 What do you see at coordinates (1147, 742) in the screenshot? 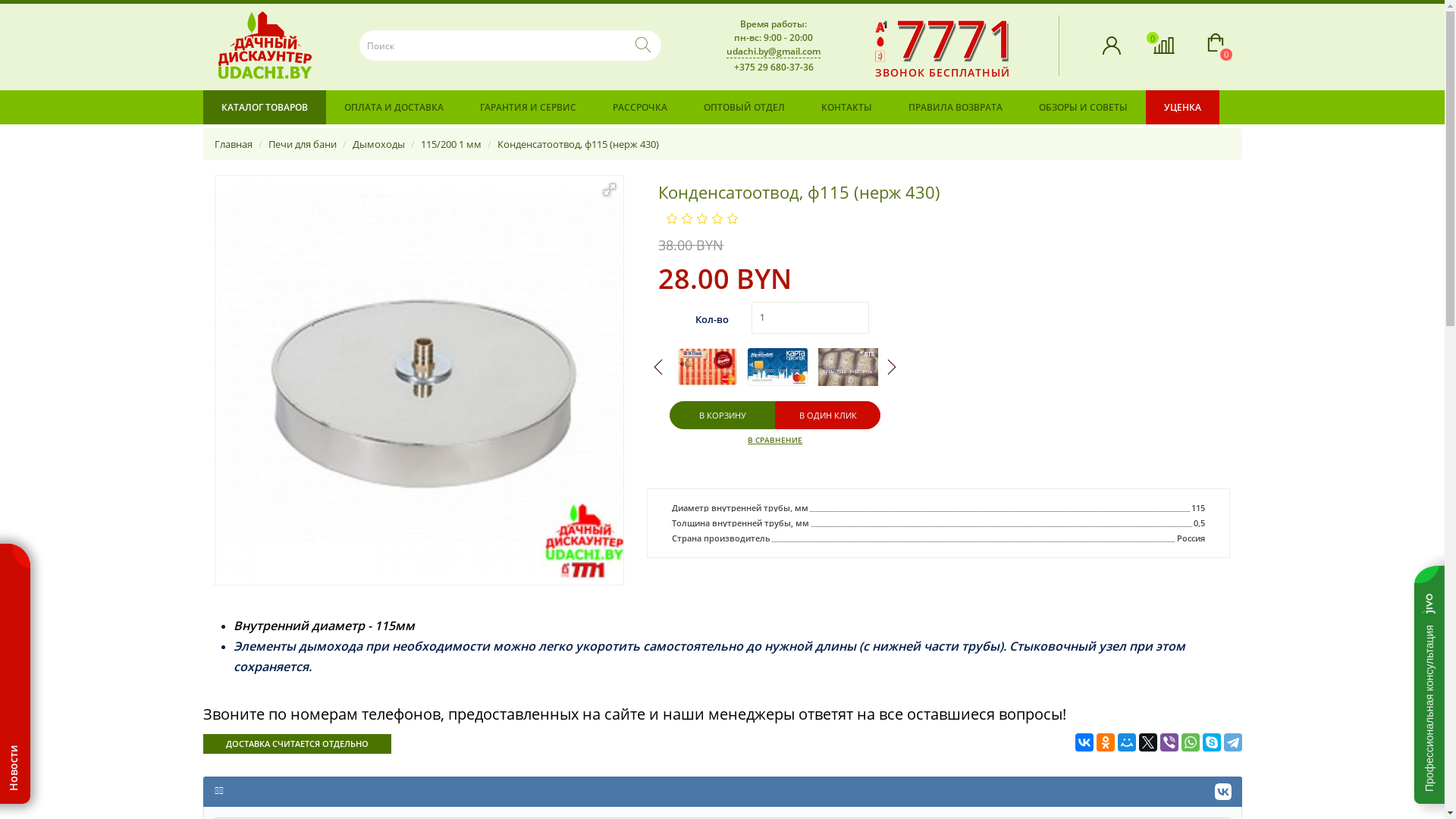
I see `'Twitter'` at bounding box center [1147, 742].